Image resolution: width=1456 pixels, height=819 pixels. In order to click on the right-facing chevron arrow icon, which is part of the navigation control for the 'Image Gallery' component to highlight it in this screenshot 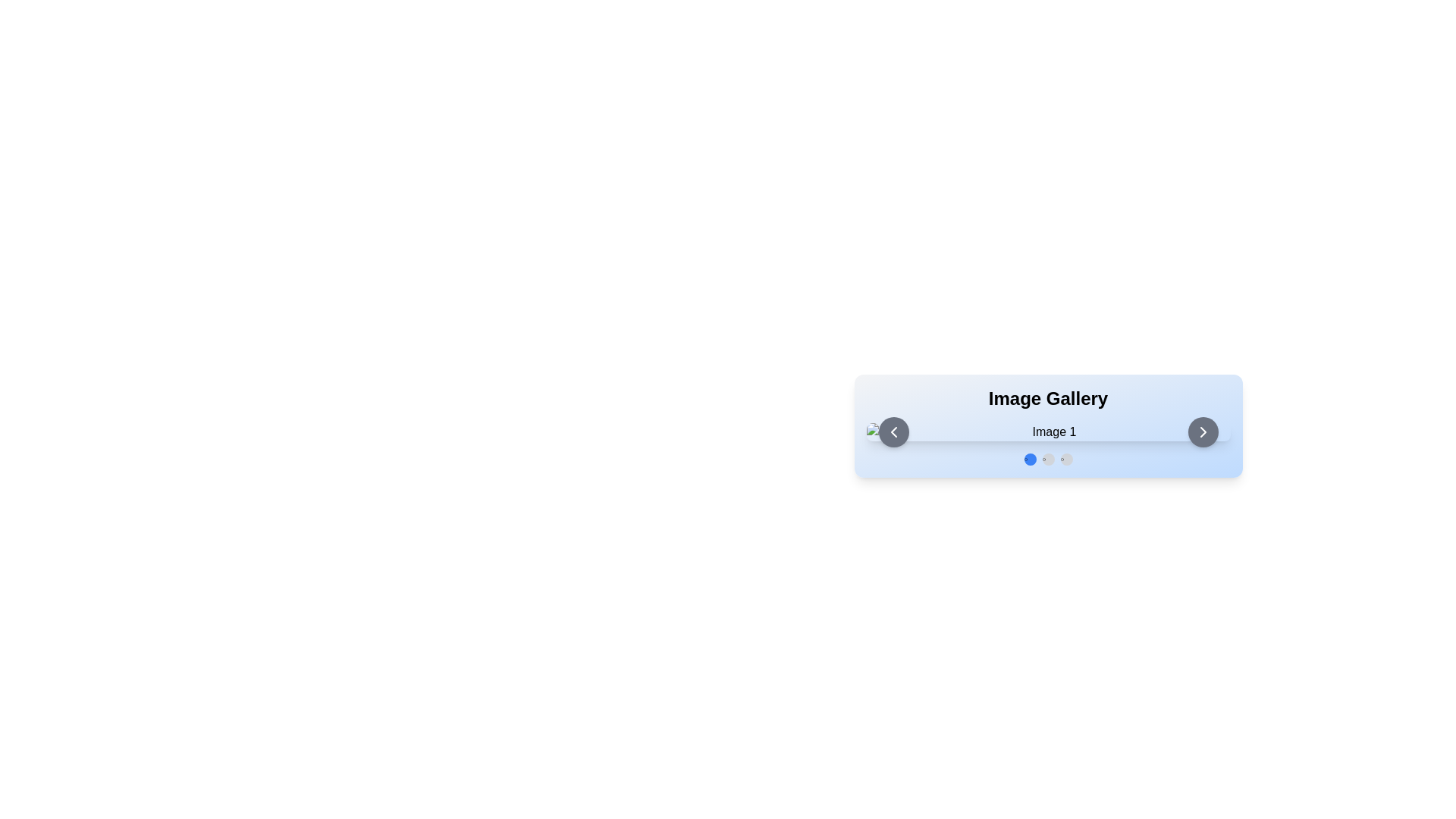, I will do `click(1202, 432)`.